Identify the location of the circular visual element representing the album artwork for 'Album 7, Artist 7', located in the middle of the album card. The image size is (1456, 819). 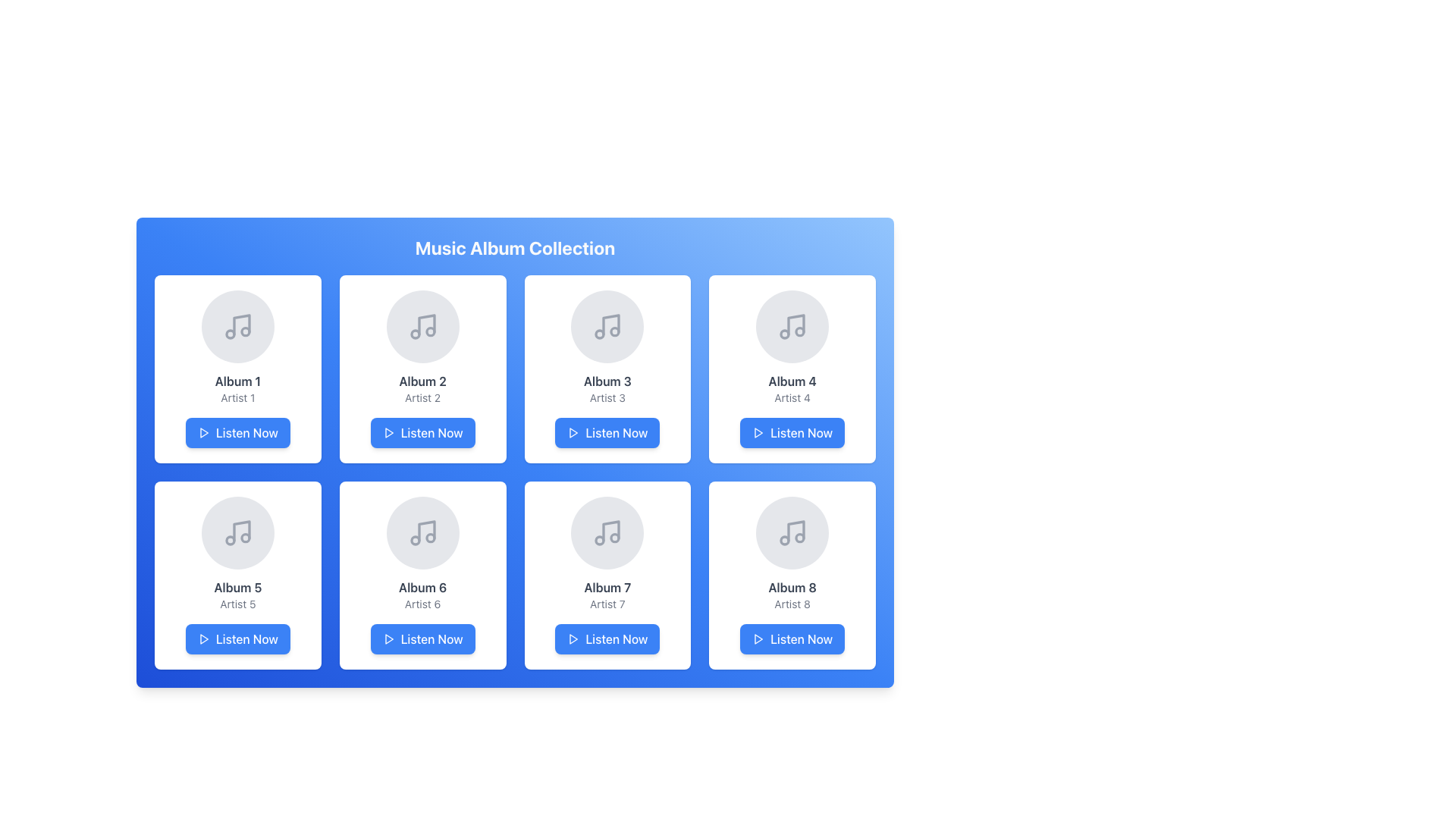
(607, 532).